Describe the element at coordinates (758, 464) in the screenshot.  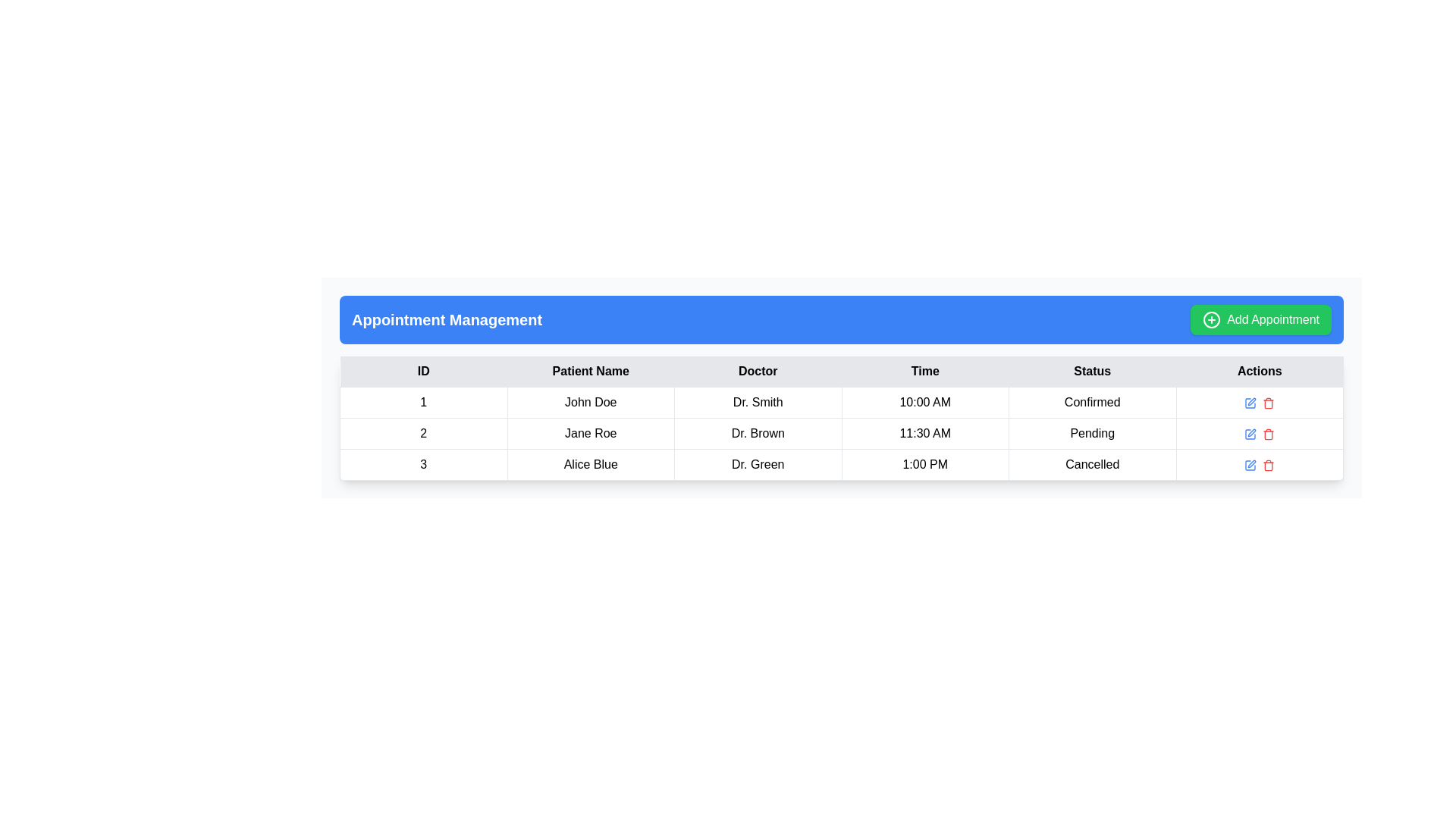
I see `static text label indicating the doctor's name for the patient 'Alice Blue' located in the third row of the table under the 'Doctor' column` at that location.